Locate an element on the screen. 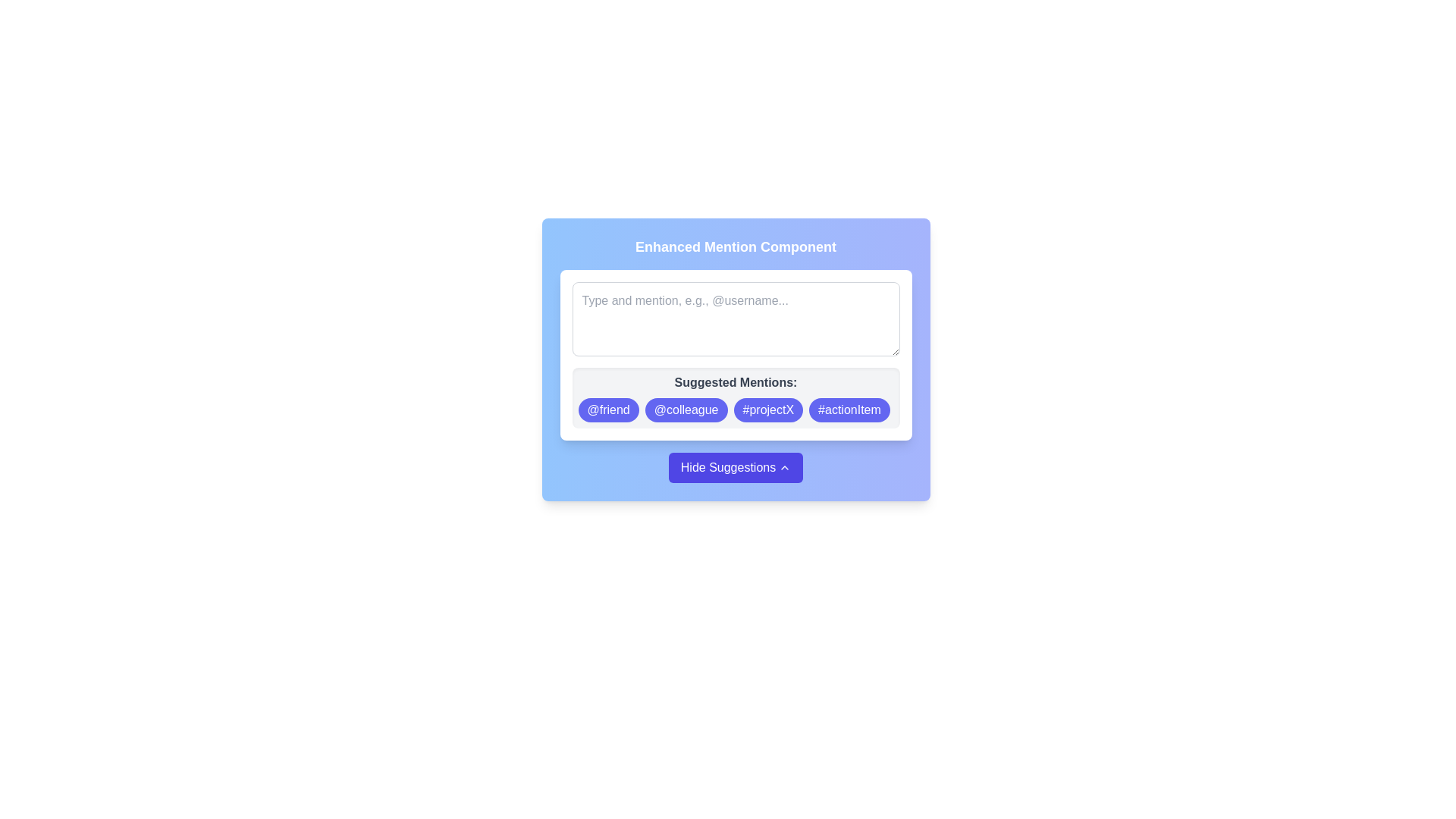  the toggle button located at the bottom of the card interface beneath the 'Suggested Mentions:' section is located at coordinates (736, 467).